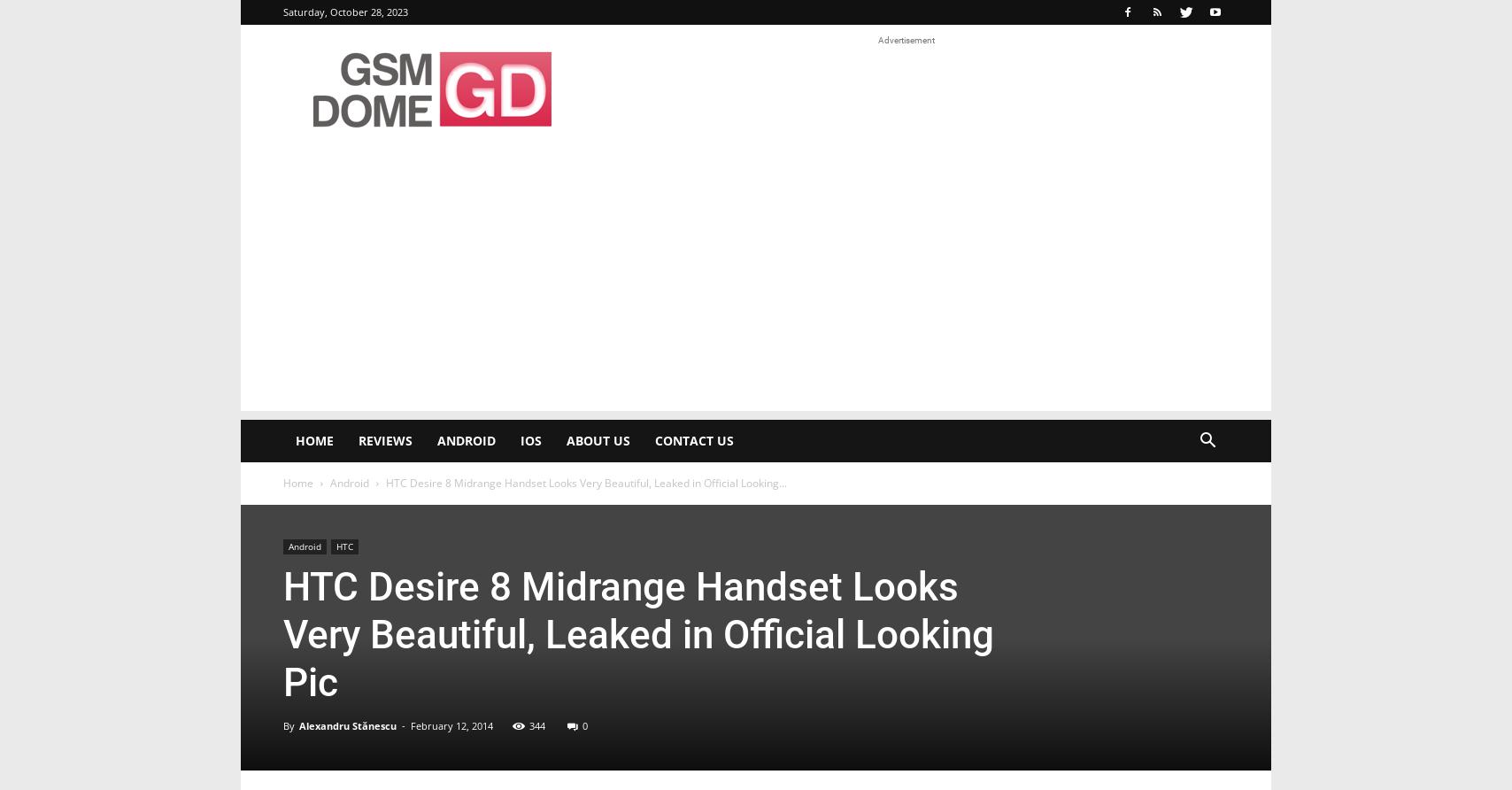  What do you see at coordinates (451, 724) in the screenshot?
I see `'February 12, 2014'` at bounding box center [451, 724].